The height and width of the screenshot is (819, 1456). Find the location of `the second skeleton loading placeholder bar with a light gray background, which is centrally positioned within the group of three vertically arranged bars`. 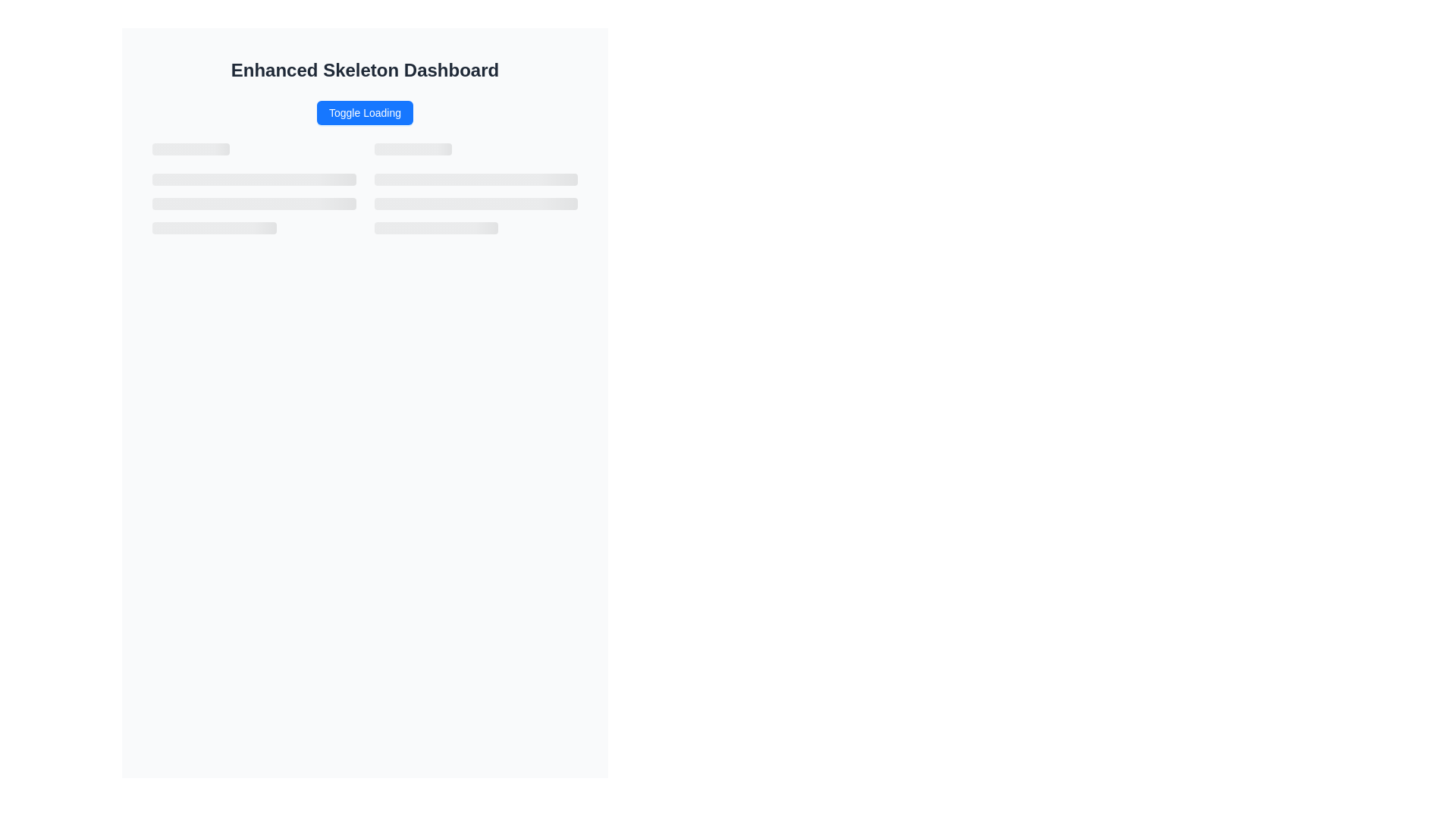

the second skeleton loading placeholder bar with a light gray background, which is centrally positioned within the group of three vertically arranged bars is located at coordinates (254, 203).